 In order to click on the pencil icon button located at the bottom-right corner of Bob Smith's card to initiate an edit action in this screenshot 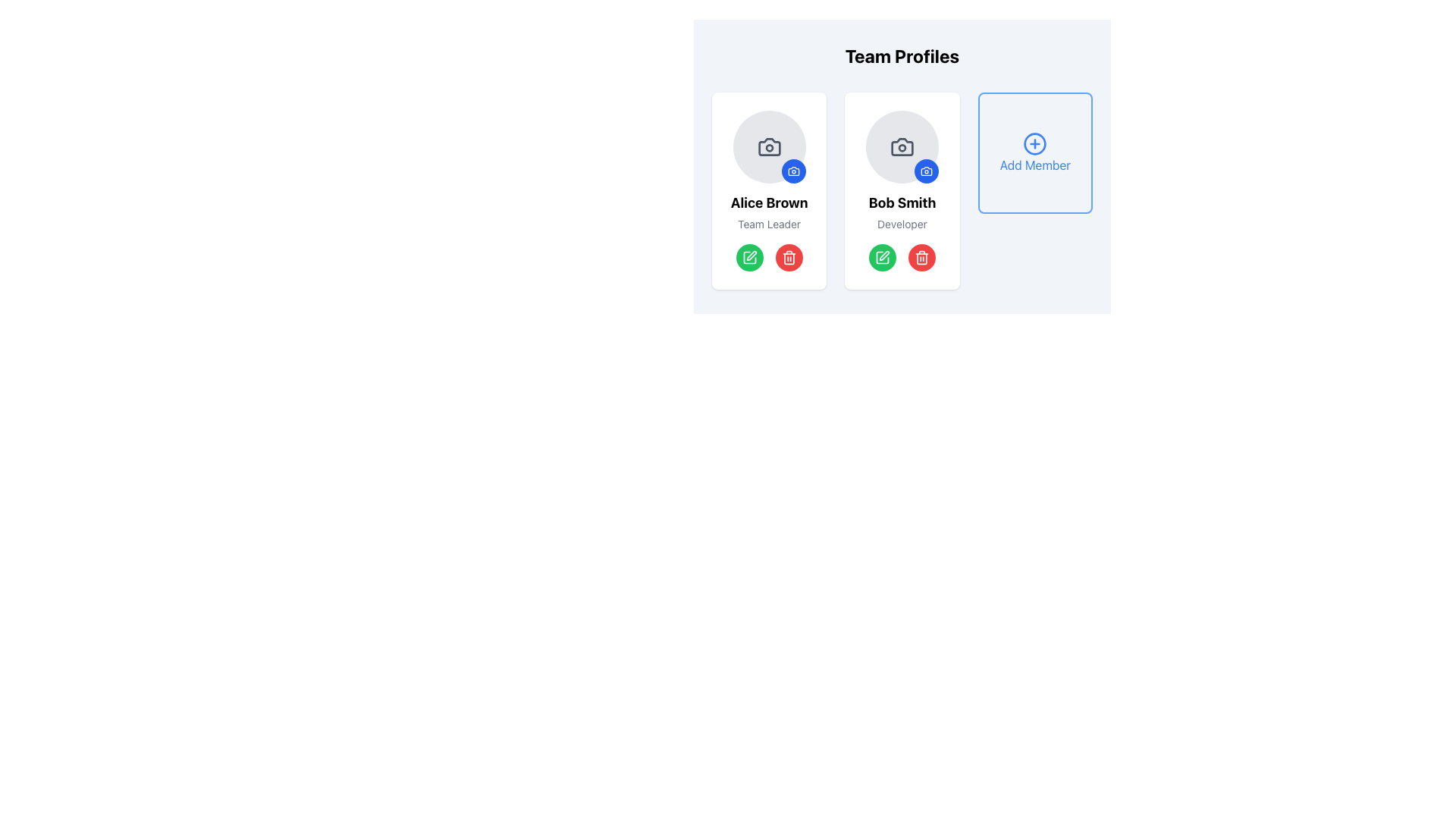, I will do `click(751, 254)`.